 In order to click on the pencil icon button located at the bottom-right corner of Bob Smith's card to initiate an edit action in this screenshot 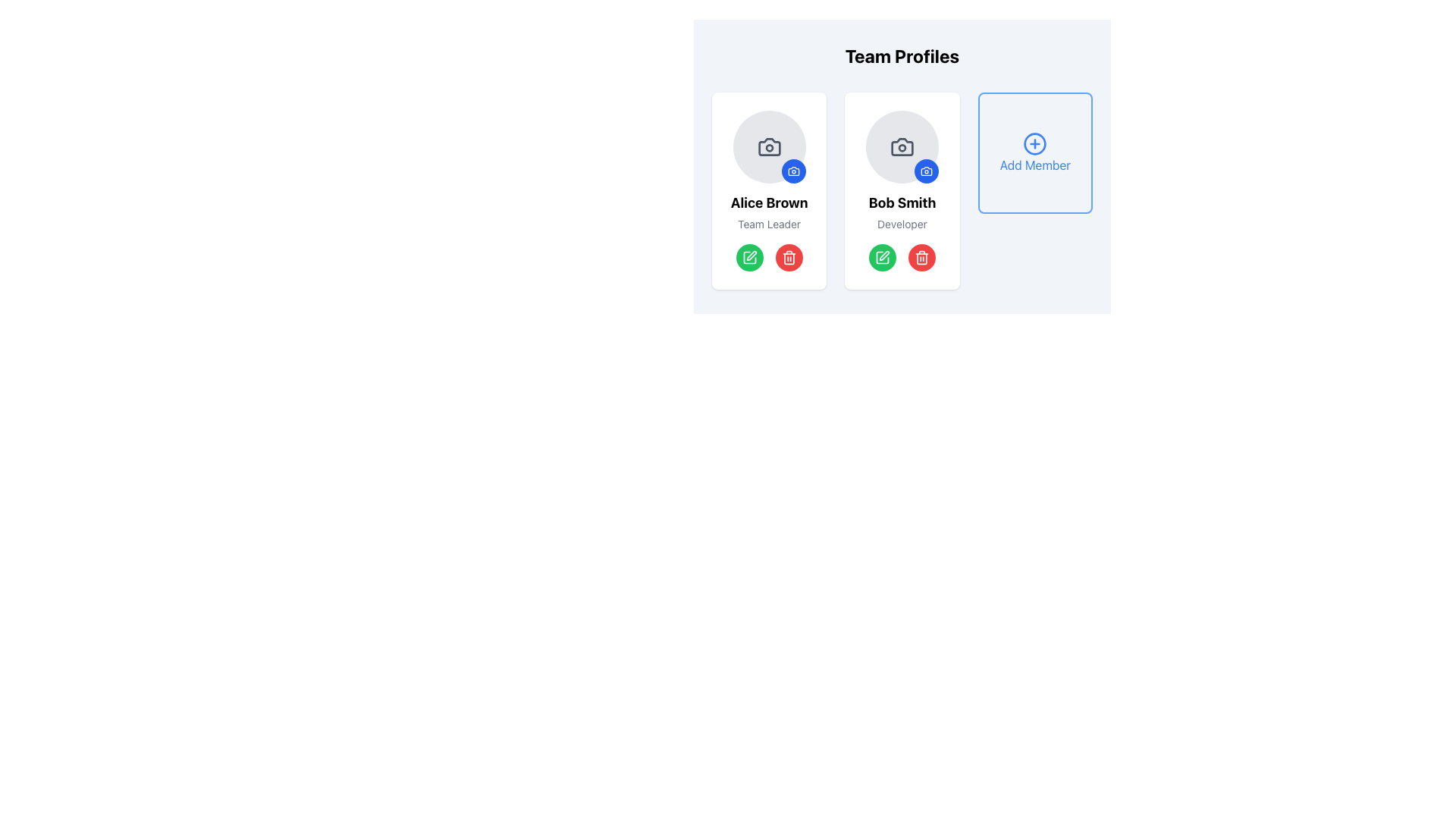, I will do `click(751, 254)`.